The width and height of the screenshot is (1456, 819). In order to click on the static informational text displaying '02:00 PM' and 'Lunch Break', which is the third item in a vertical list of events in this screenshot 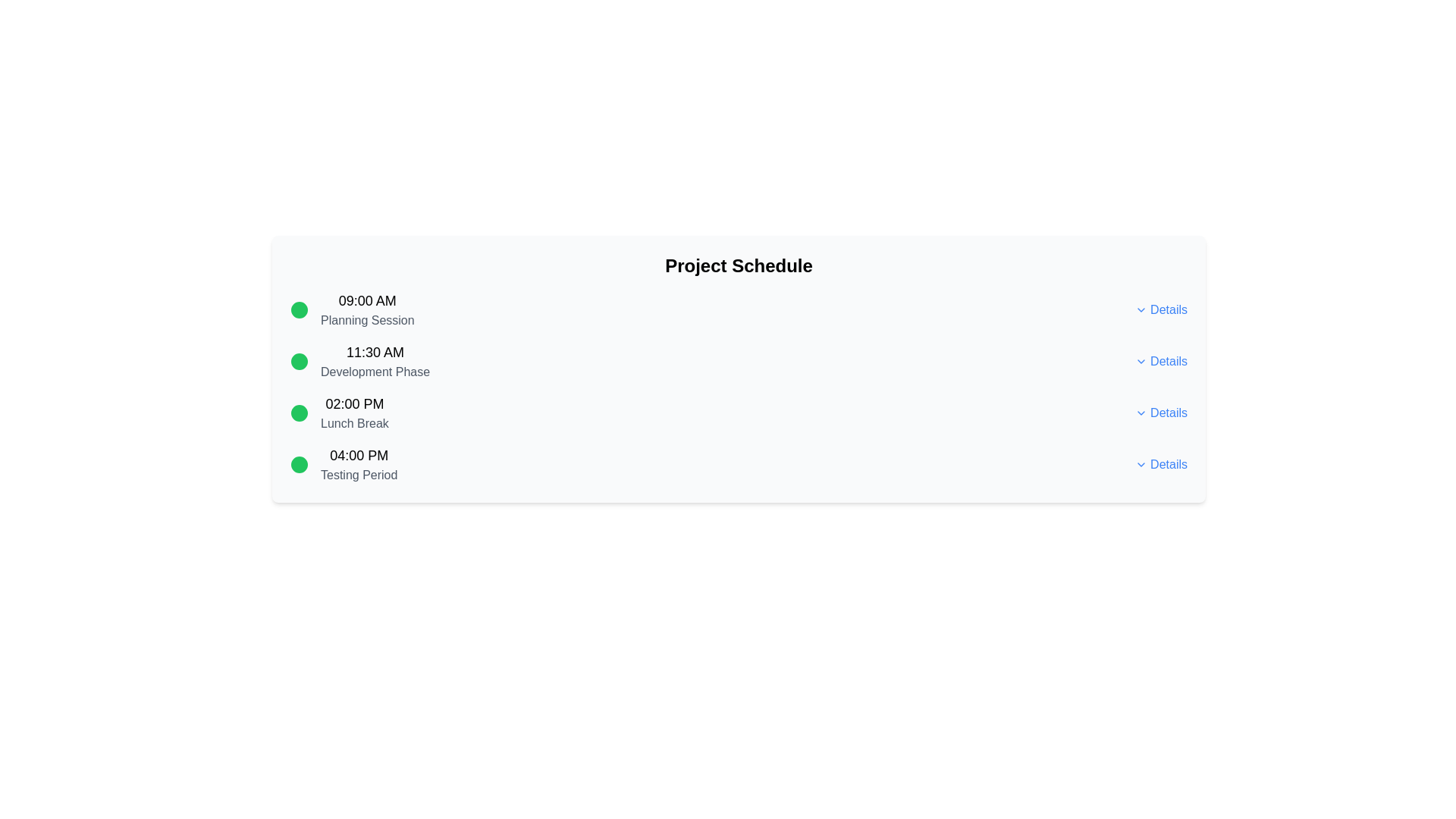, I will do `click(353, 413)`.